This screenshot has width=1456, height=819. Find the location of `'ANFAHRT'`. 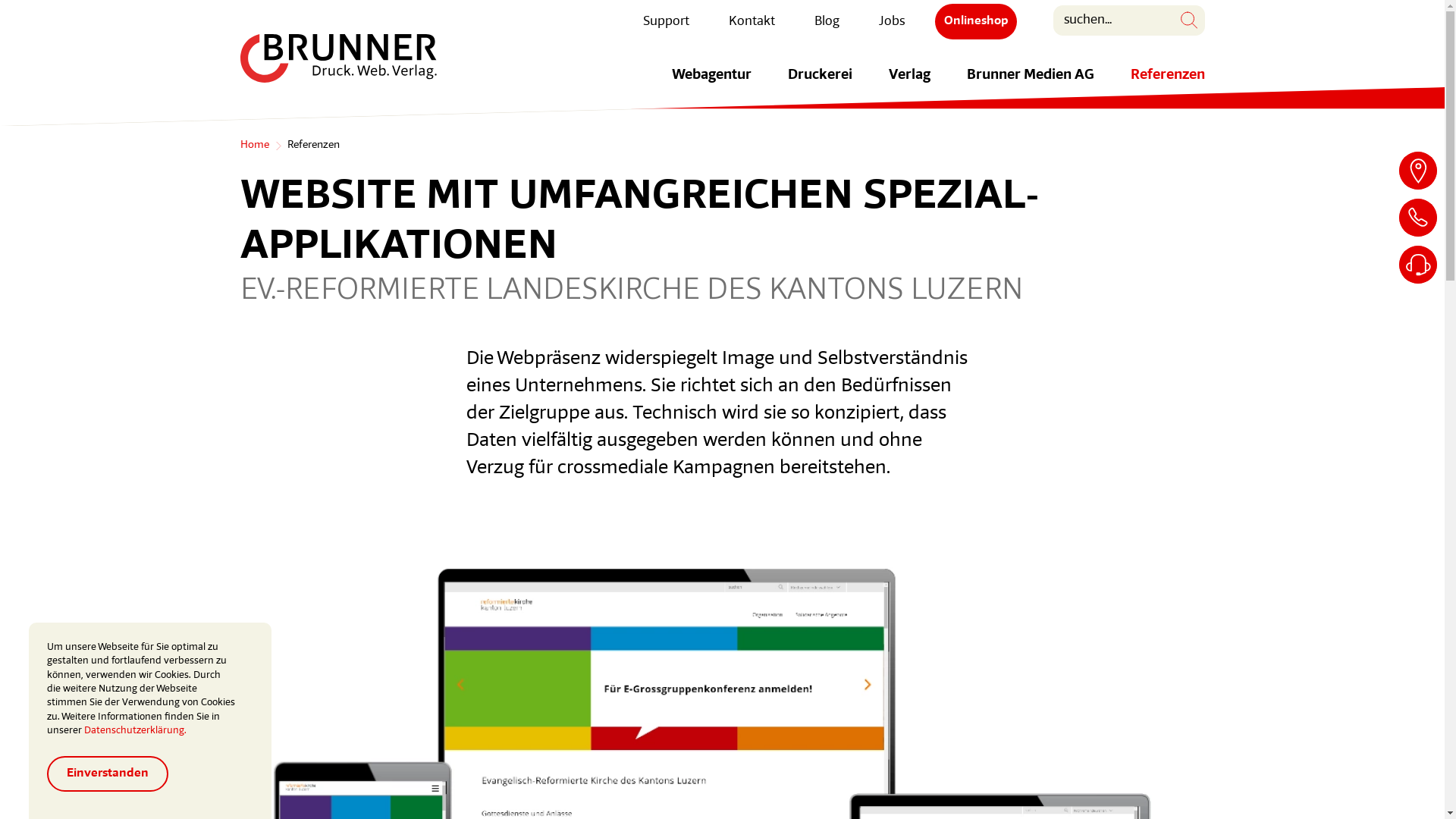

'ANFAHRT' is located at coordinates (1417, 170).